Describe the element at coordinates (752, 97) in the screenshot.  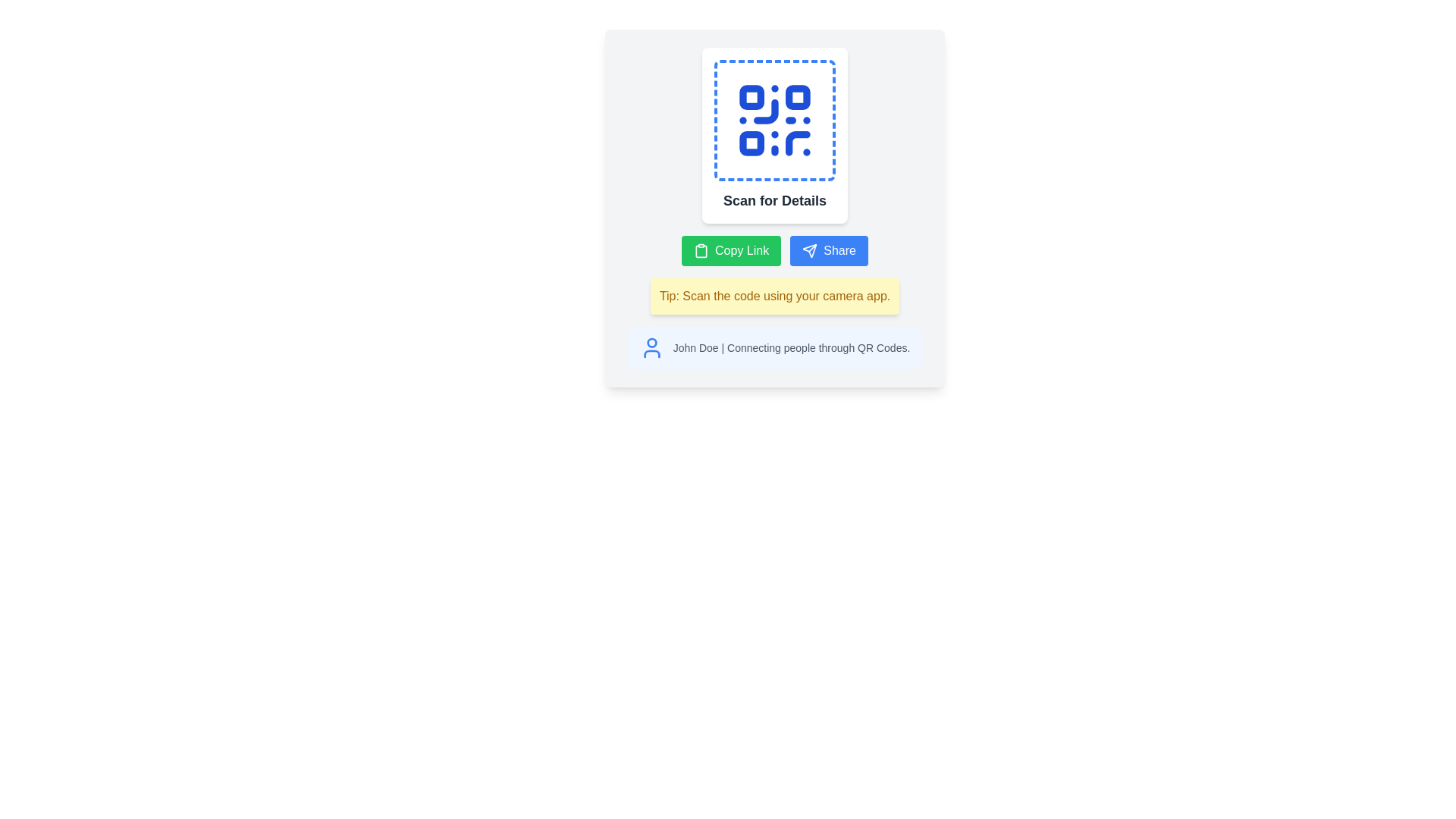
I see `the small, square-shaped component located at the top-left corner of the QR code graphic, which has rounded corners and is part of a larger structure with three similar squares` at that location.